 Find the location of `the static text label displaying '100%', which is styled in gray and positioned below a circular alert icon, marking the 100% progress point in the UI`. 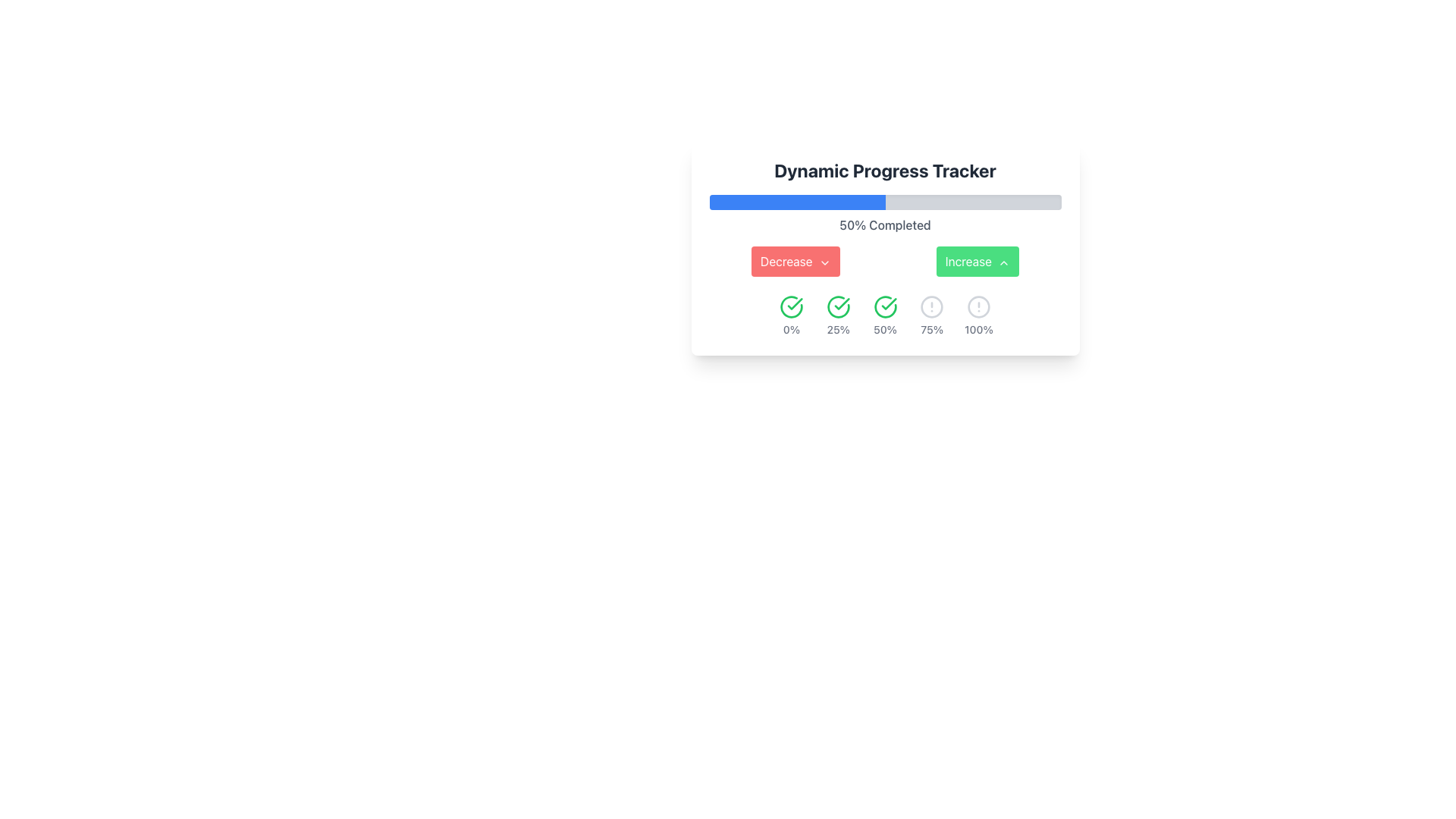

the static text label displaying '100%', which is styled in gray and positioned below a circular alert icon, marking the 100% progress point in the UI is located at coordinates (979, 329).